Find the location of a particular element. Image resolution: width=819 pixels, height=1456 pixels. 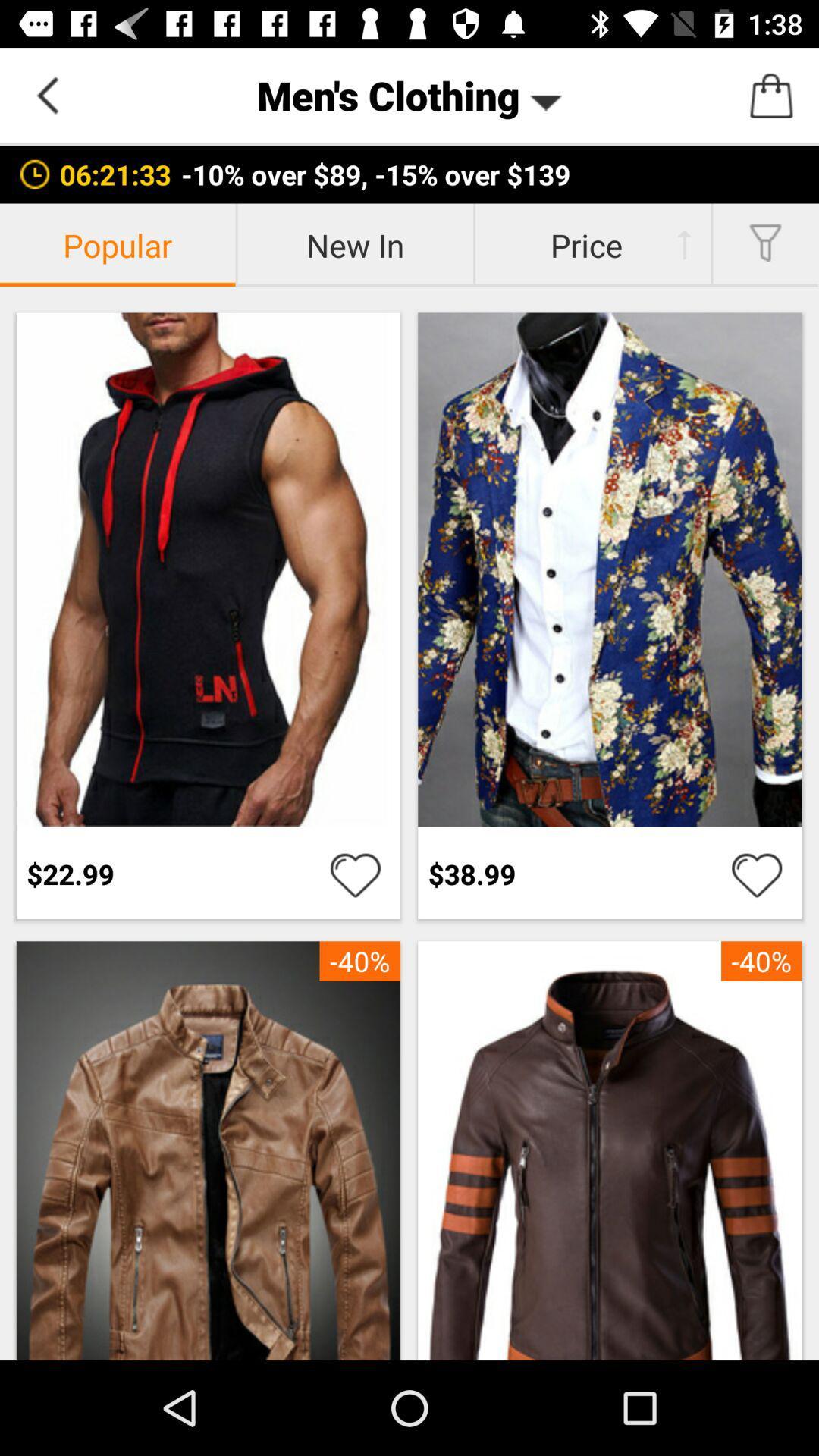

indicate you love this item is located at coordinates (355, 874).